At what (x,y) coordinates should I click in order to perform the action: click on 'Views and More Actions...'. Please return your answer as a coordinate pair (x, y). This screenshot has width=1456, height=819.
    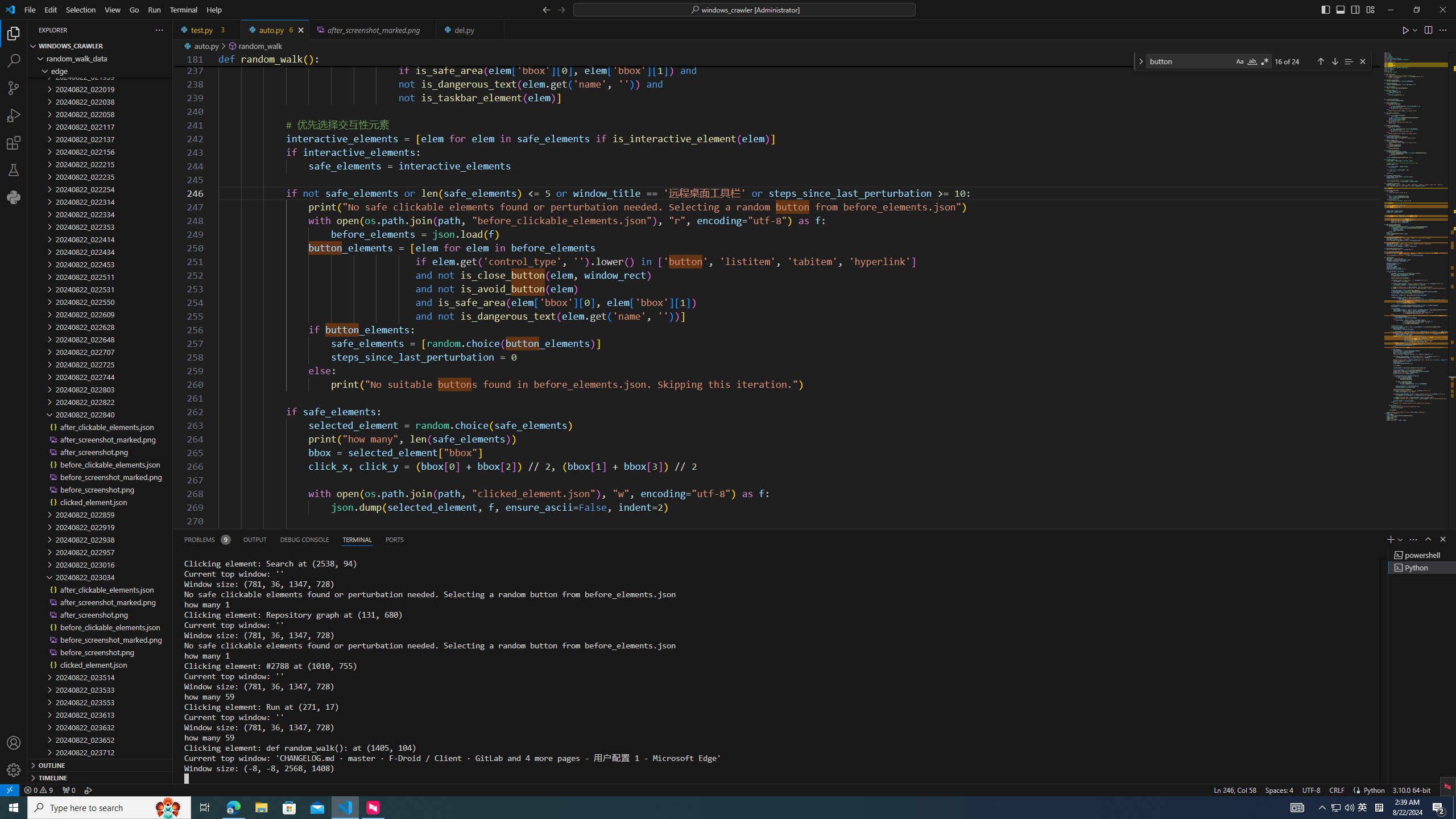
    Looking at the image, I should click on (1412, 539).